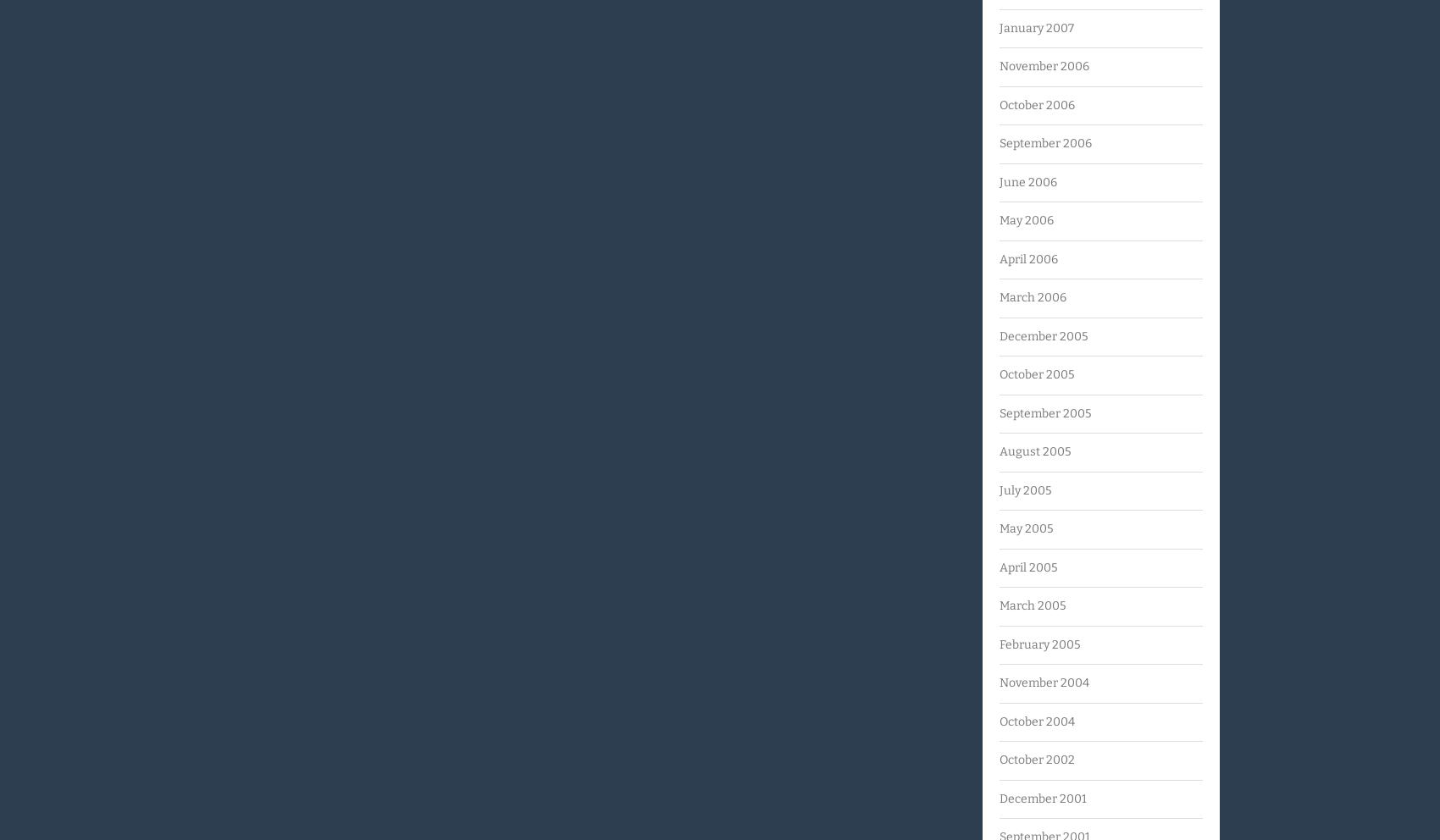  I want to click on 'May 2005', so click(1025, 528).